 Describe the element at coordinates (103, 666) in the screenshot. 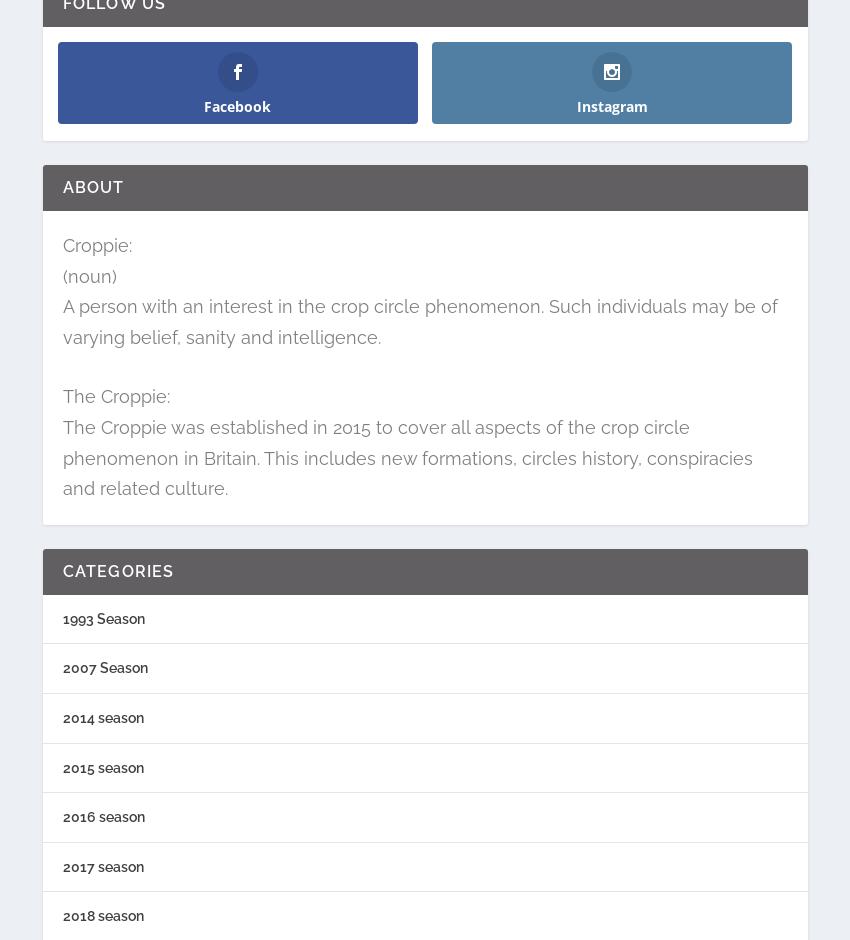

I see `'2007 Season'` at that location.